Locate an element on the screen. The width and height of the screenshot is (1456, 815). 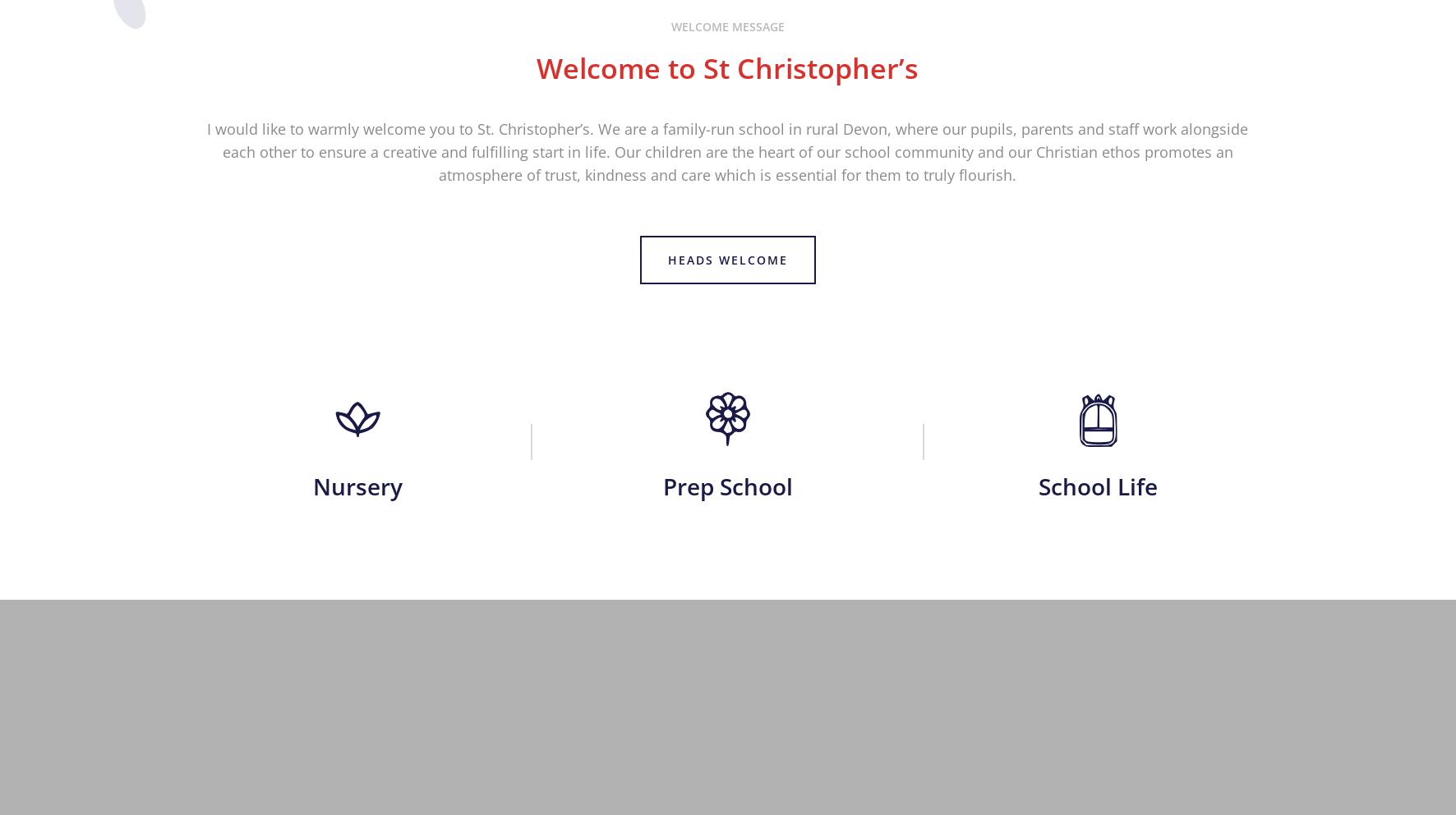
'© Copyright St Christophers Prep School & Nursery' is located at coordinates (209, 794).